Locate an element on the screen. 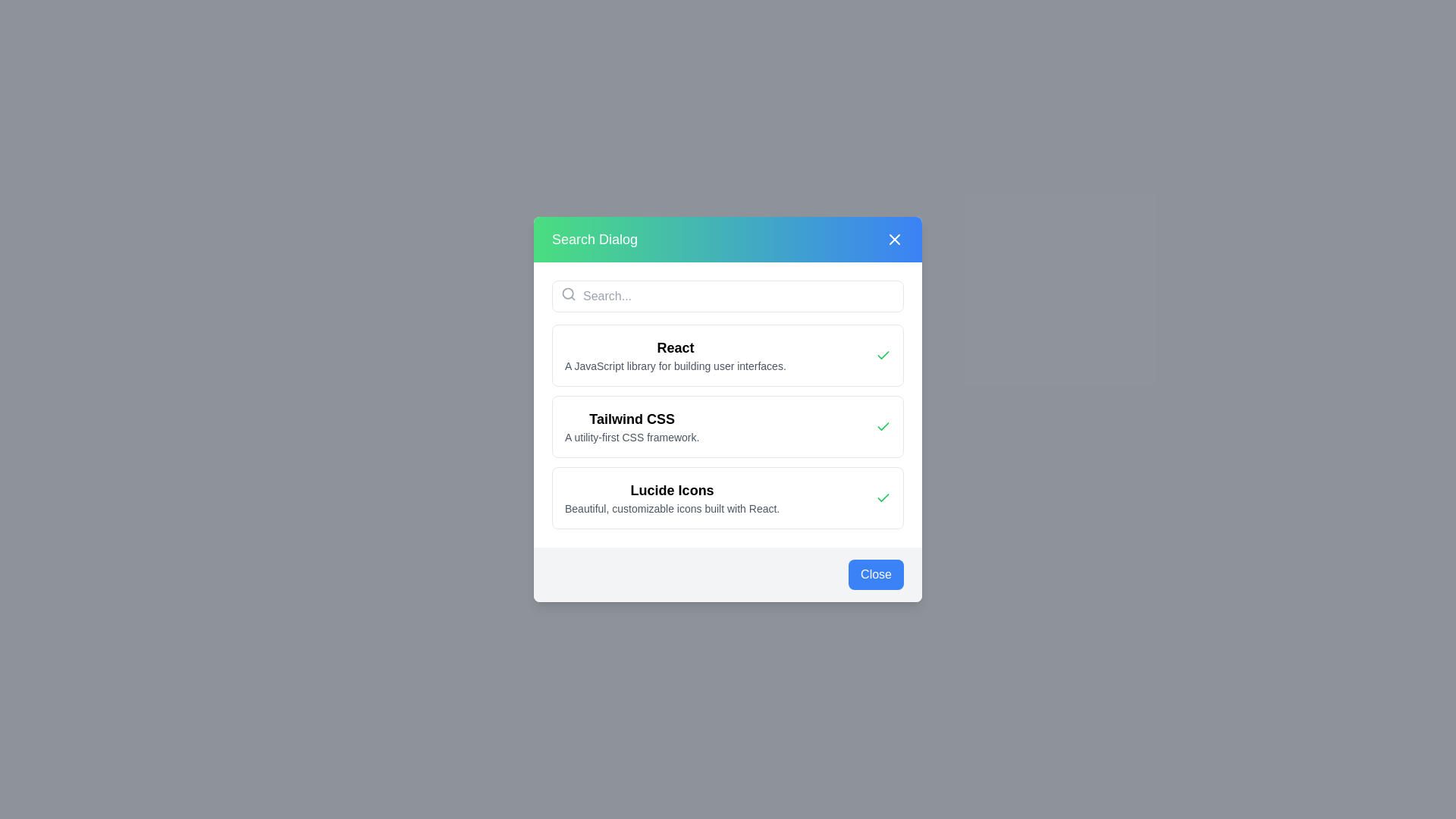 Image resolution: width=1456 pixels, height=819 pixels. the 'Close' button, which is a rectangular button with white text on a blue background, located at the bottom-right corner of the modal dialogue box is located at coordinates (876, 575).